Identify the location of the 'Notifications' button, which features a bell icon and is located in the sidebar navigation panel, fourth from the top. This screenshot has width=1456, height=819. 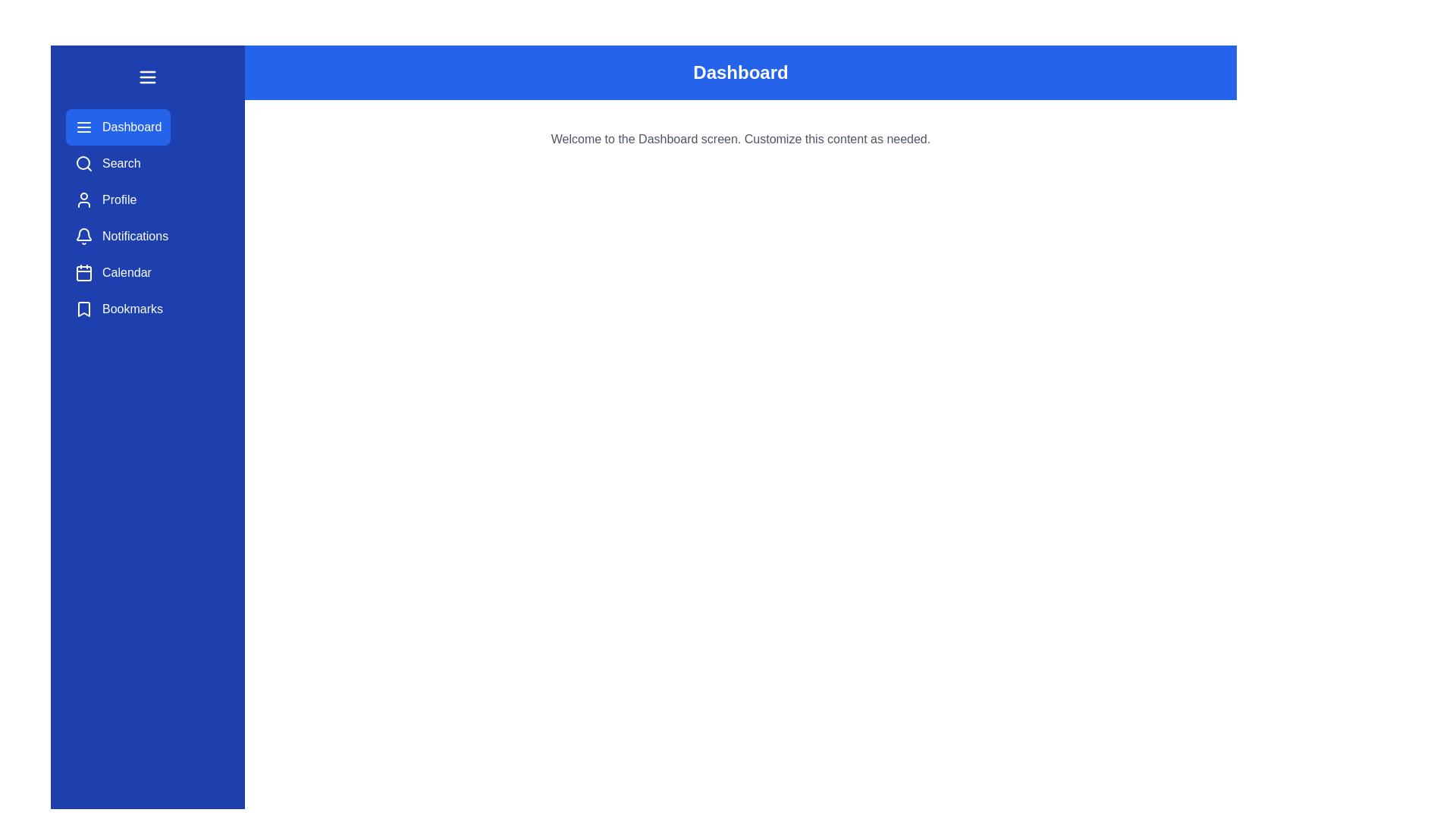
(121, 237).